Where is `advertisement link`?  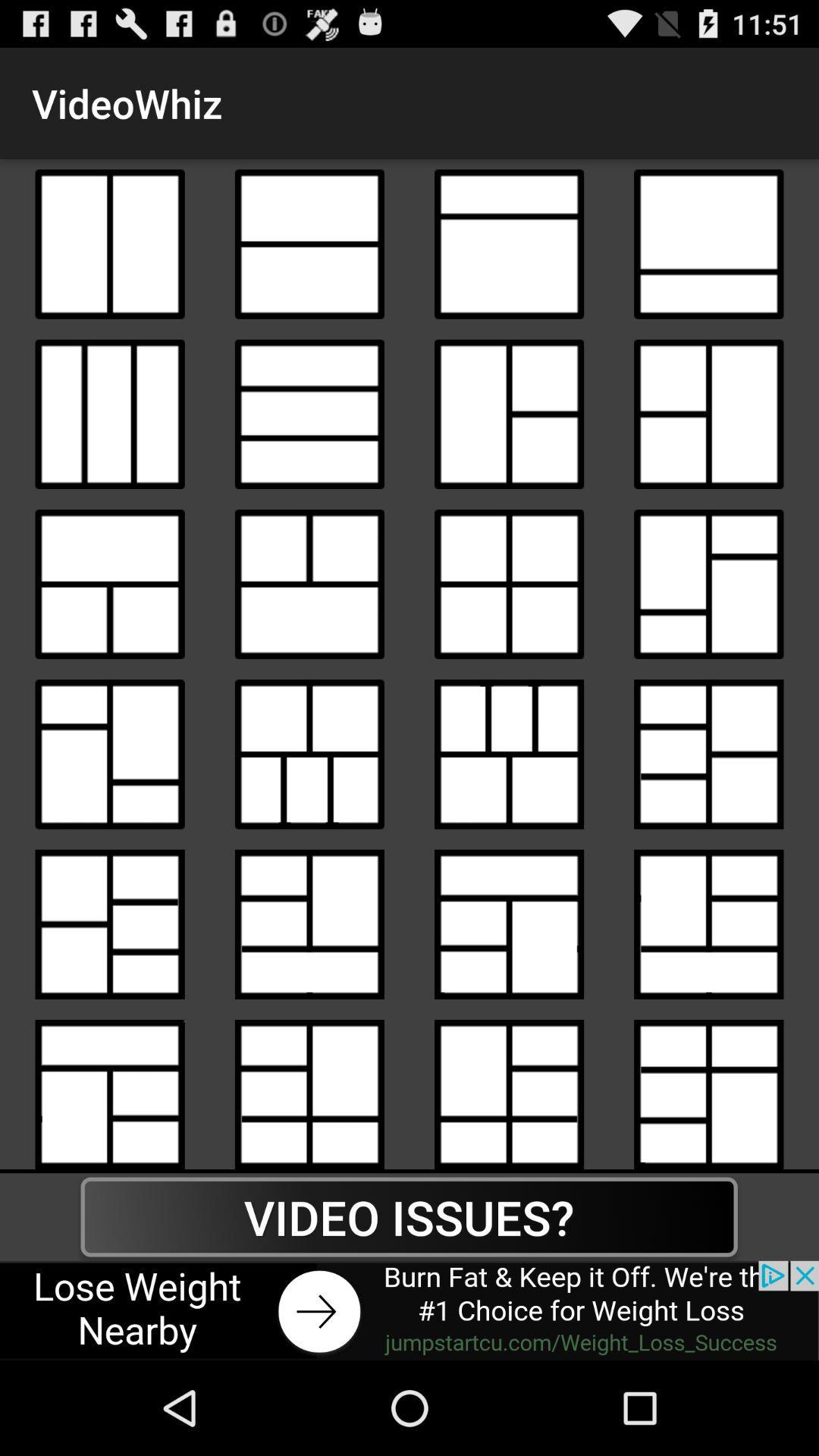 advertisement link is located at coordinates (409, 1310).